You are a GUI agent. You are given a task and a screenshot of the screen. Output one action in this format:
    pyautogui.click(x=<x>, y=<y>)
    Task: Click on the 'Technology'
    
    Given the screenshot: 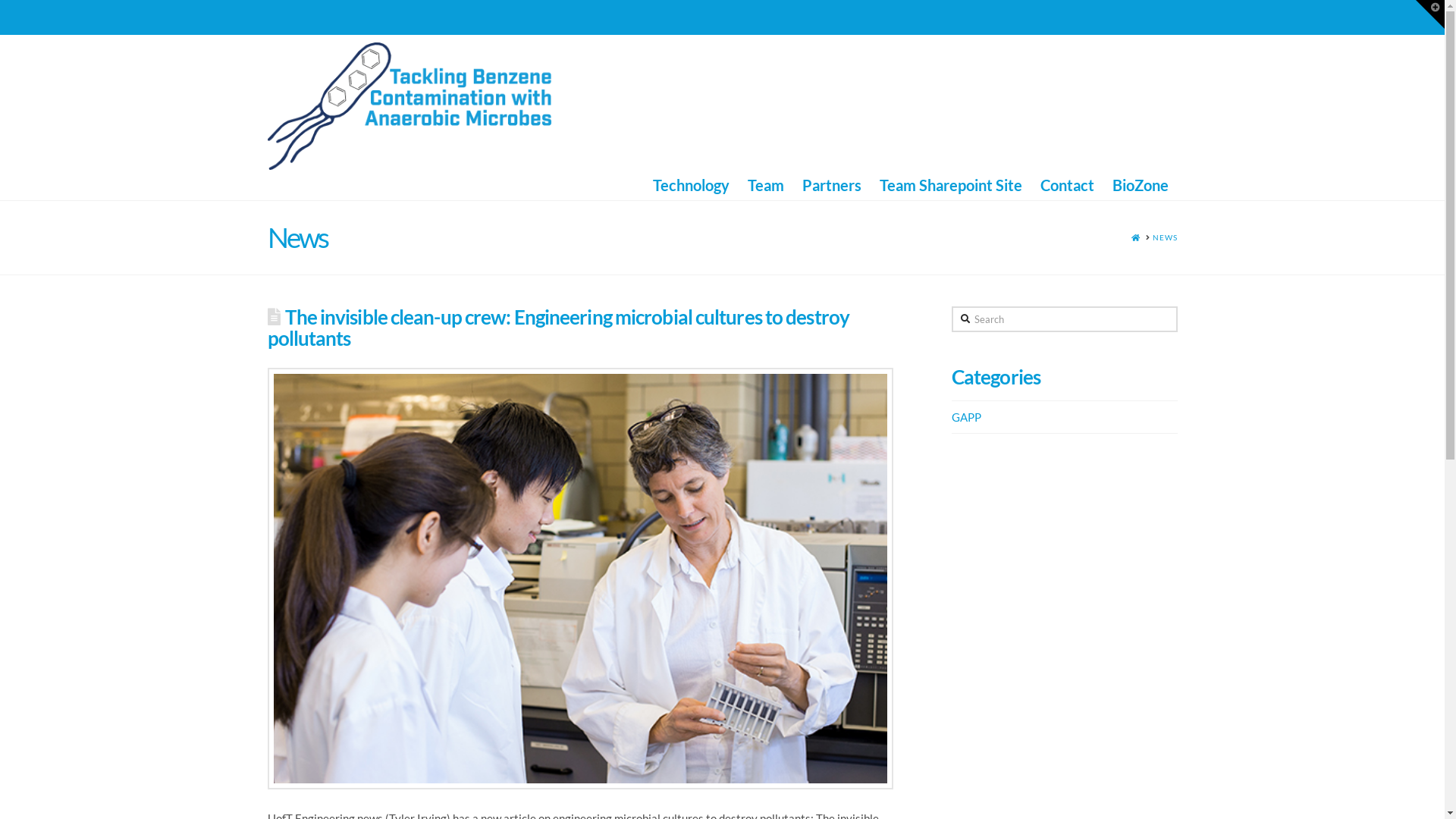 What is the action you would take?
    pyautogui.click(x=637, y=184)
    